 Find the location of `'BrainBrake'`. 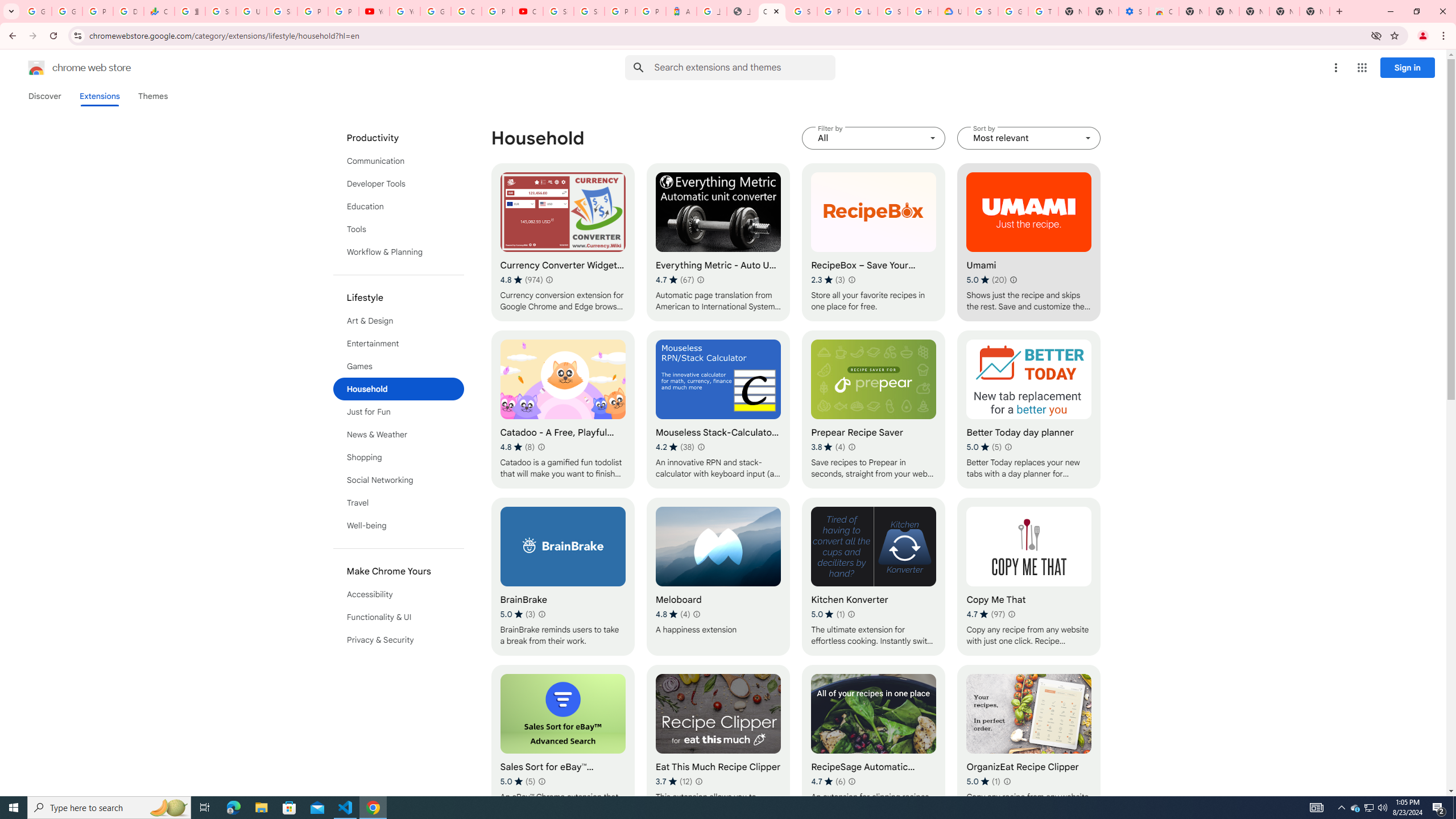

'BrainBrake' is located at coordinates (562, 577).